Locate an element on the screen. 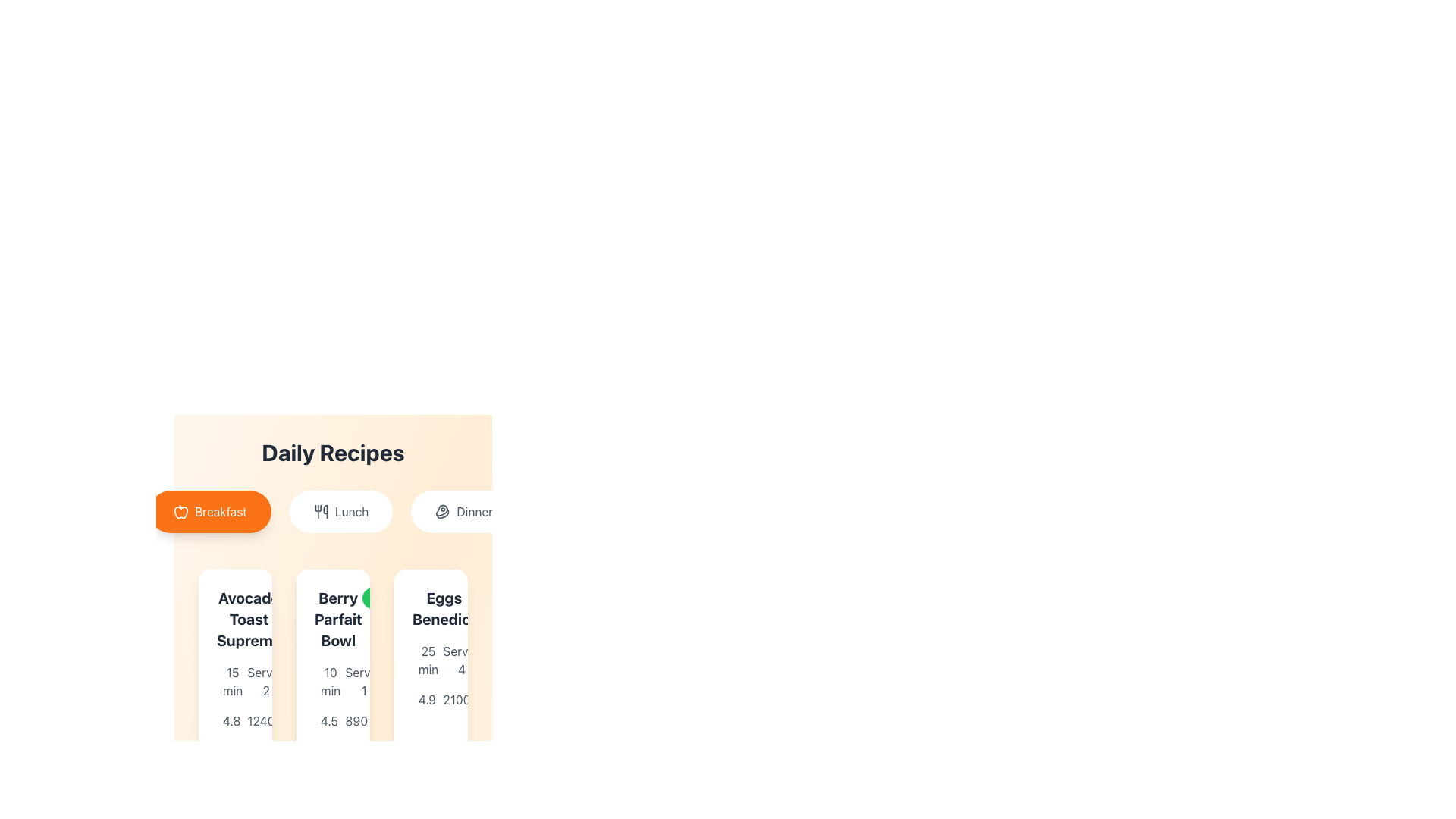  the recipe card displaying details such as title, preparation time, serving size, rating, and user count, which is the second card in the grid layout beneath the 'Daily Recipes' section is located at coordinates (332, 667).